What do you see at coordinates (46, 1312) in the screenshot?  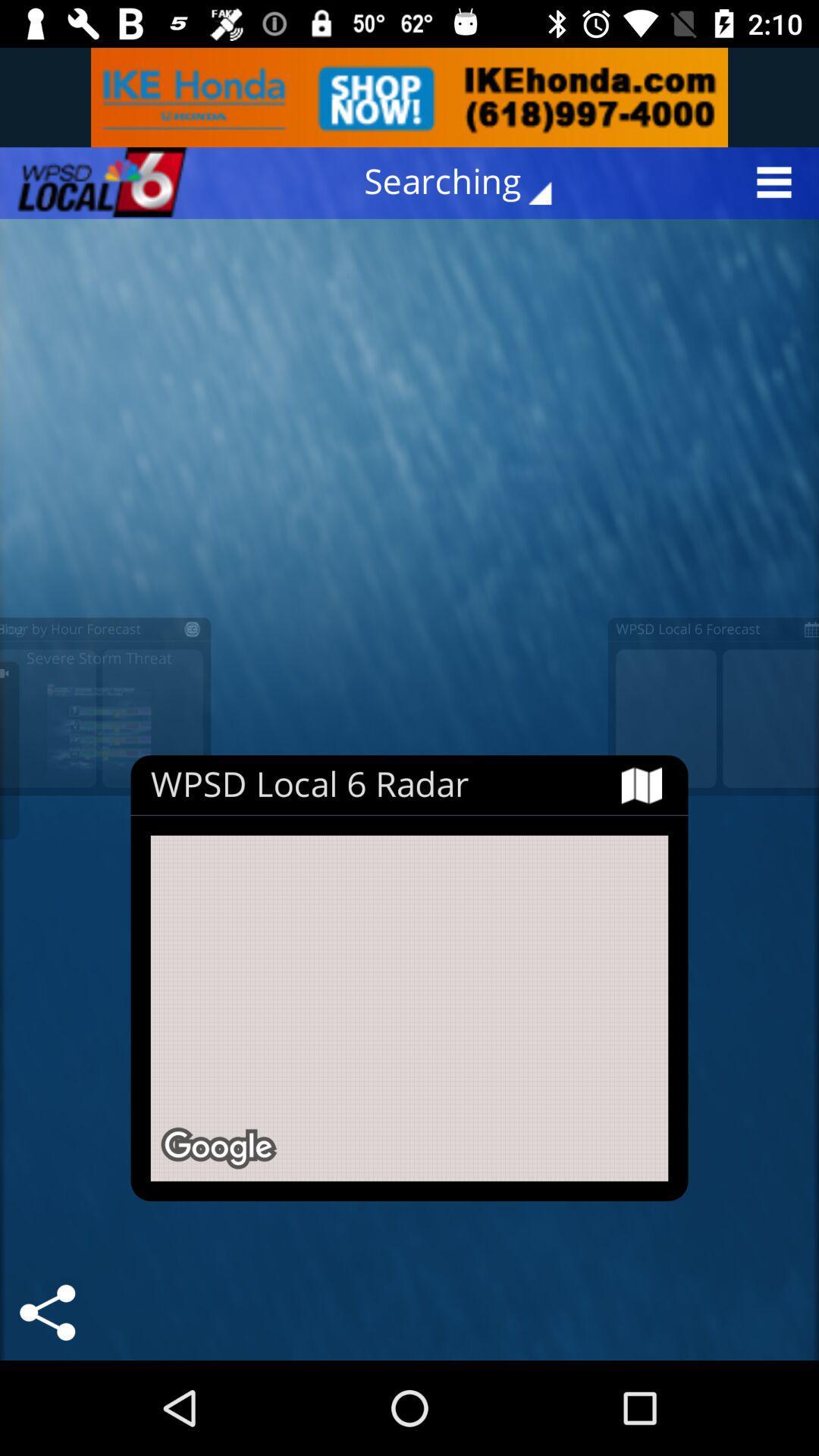 I see `the share icon` at bounding box center [46, 1312].